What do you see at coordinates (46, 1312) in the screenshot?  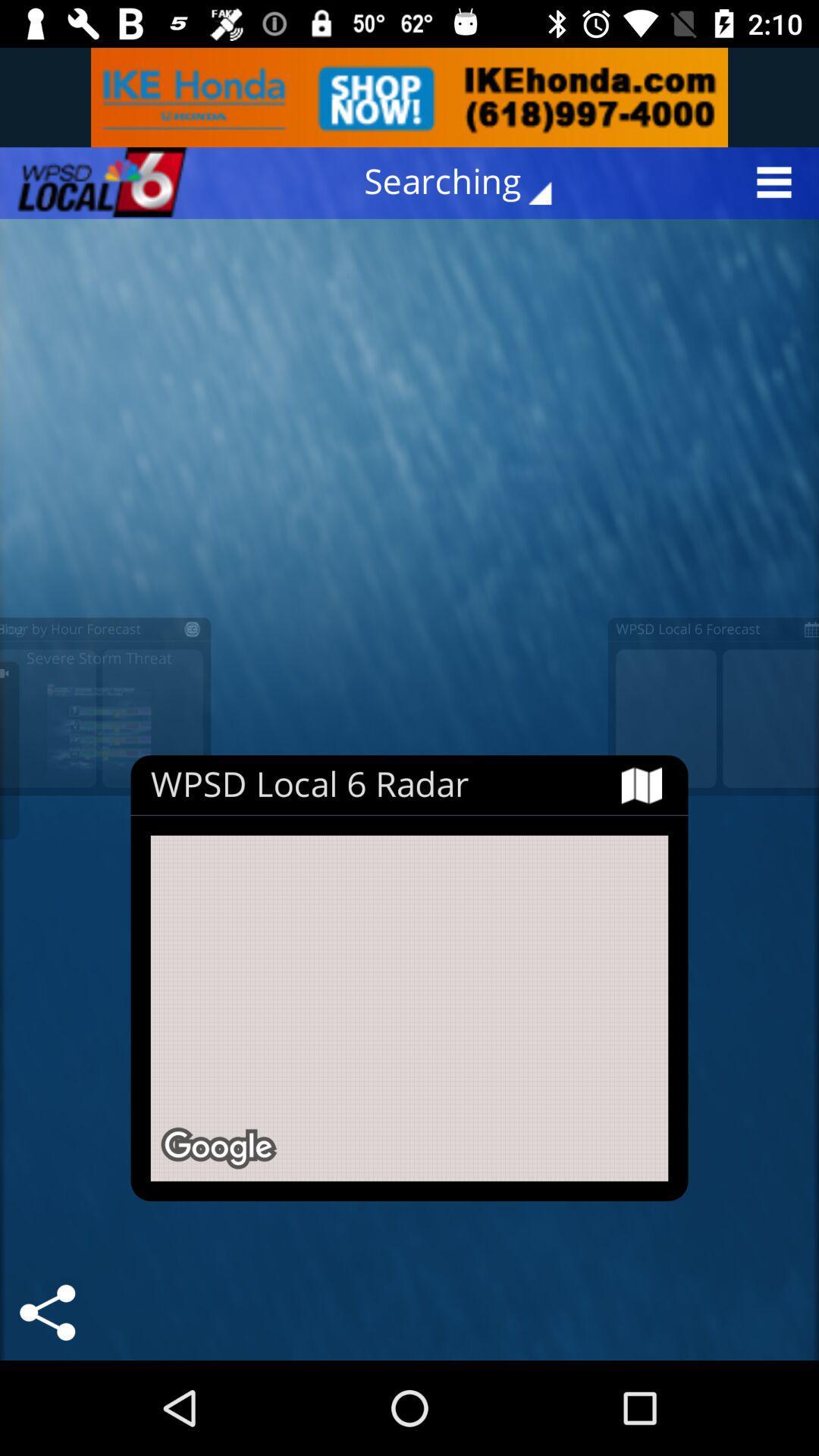 I see `the share icon` at bounding box center [46, 1312].